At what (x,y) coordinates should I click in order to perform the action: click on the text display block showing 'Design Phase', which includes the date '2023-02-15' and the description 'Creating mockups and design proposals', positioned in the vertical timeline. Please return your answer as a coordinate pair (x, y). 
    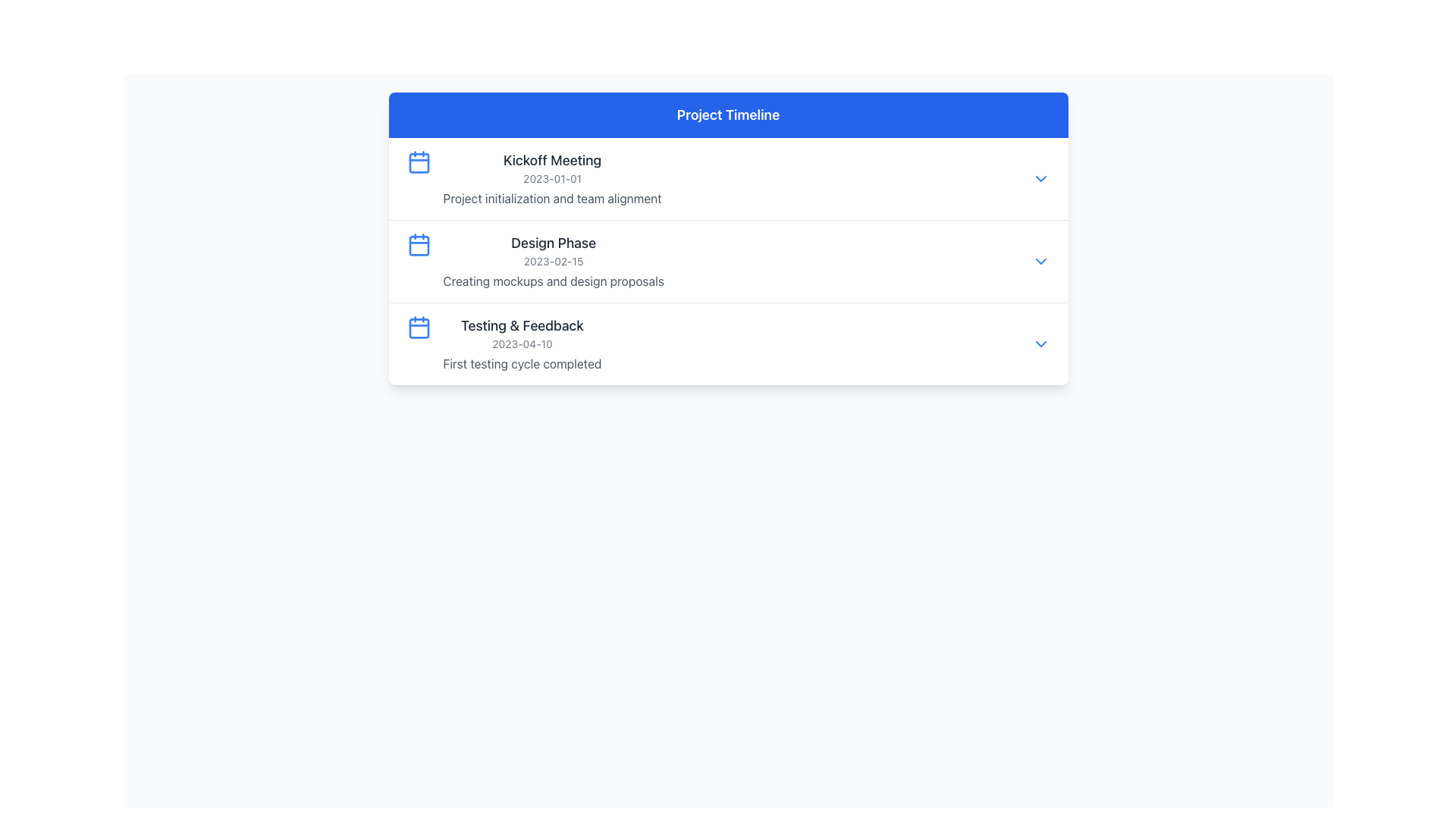
    Looking at the image, I should click on (553, 260).